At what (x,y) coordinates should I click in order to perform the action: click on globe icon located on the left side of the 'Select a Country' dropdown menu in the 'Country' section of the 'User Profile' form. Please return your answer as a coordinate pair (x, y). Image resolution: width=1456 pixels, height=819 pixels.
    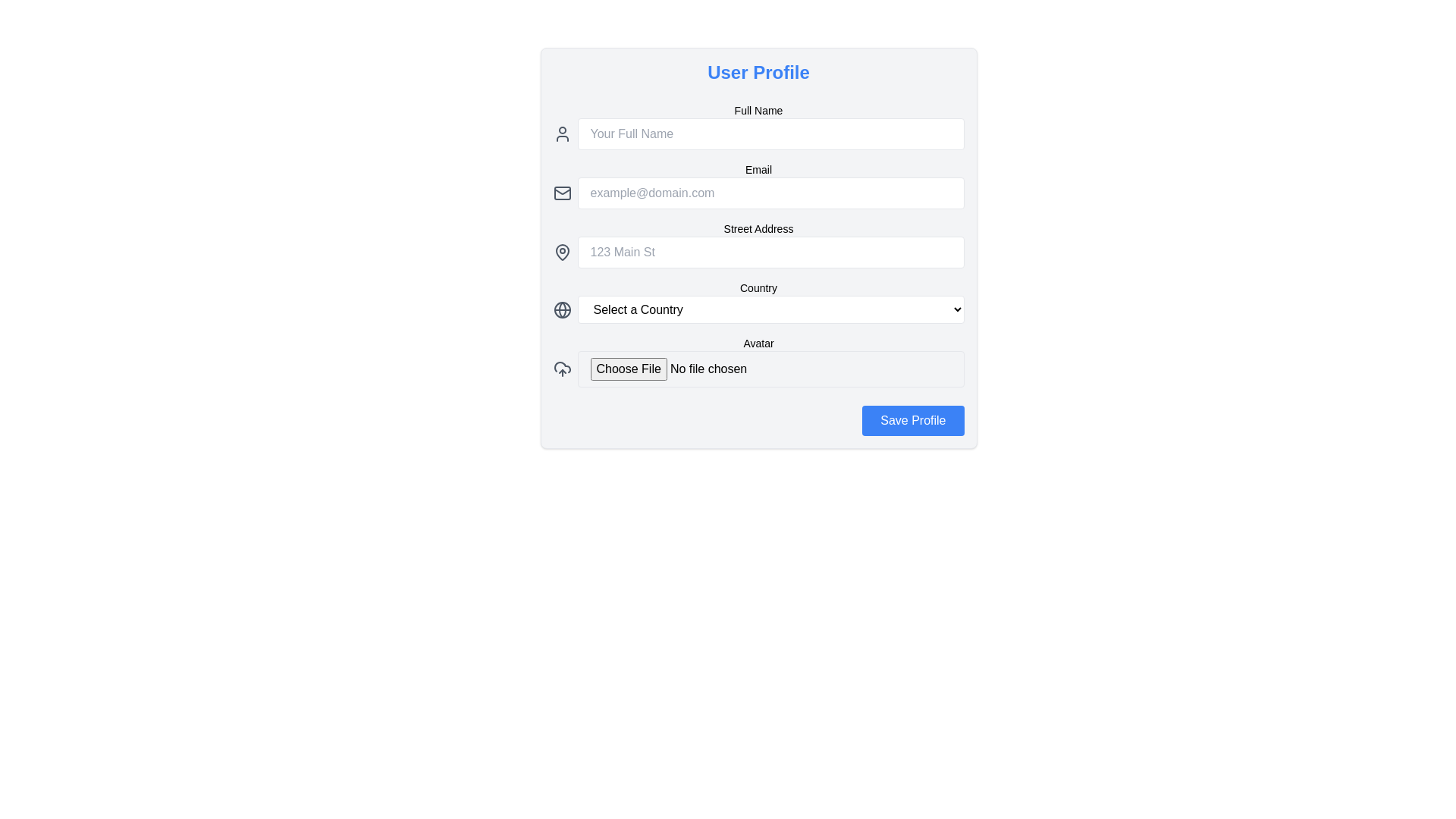
    Looking at the image, I should click on (561, 309).